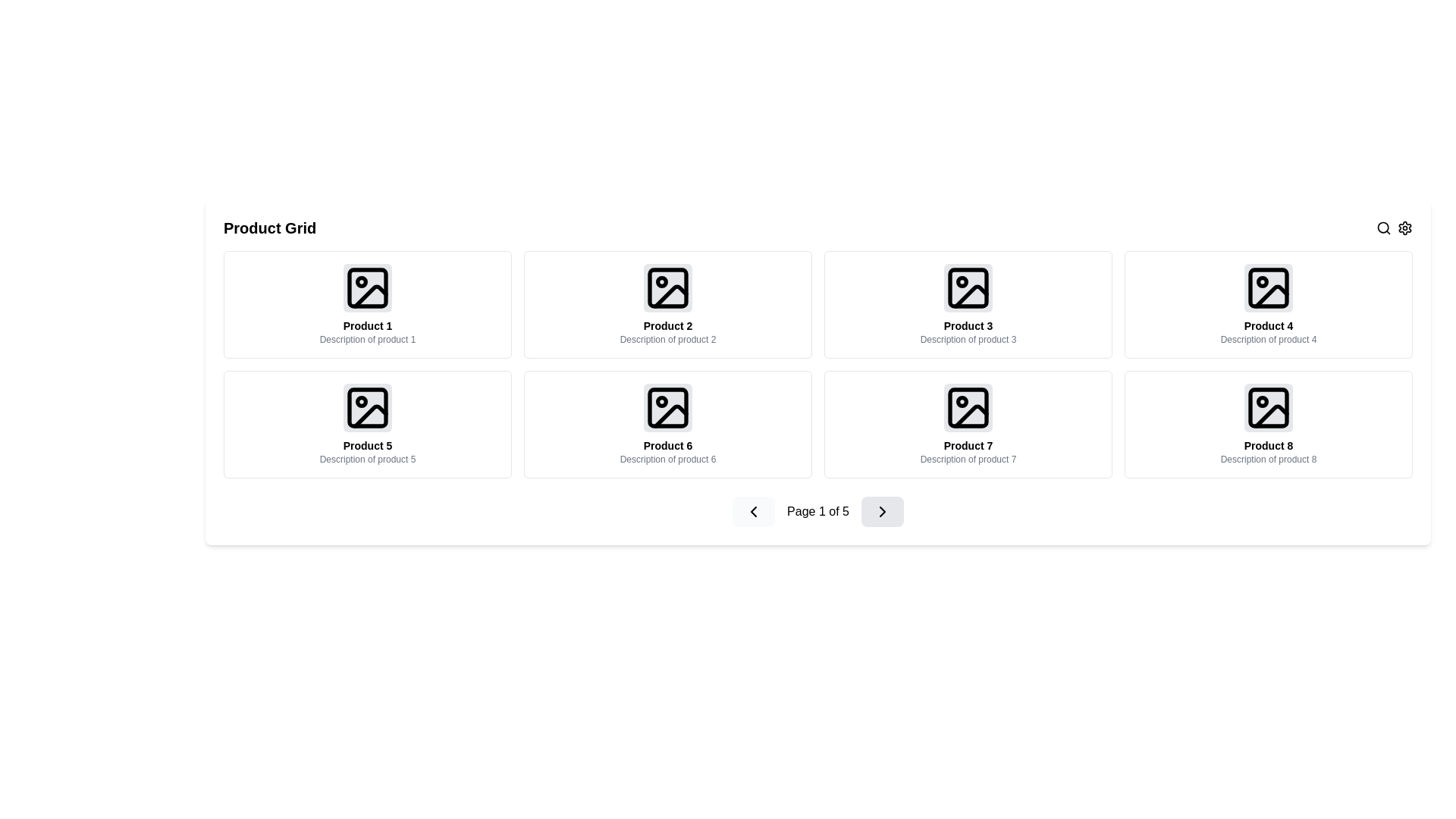  What do you see at coordinates (961, 281) in the screenshot?
I see `the SVG Circle located in the top left corner of the 'Product 3' thumbnail, which serves as a decorative or interactive accent` at bounding box center [961, 281].